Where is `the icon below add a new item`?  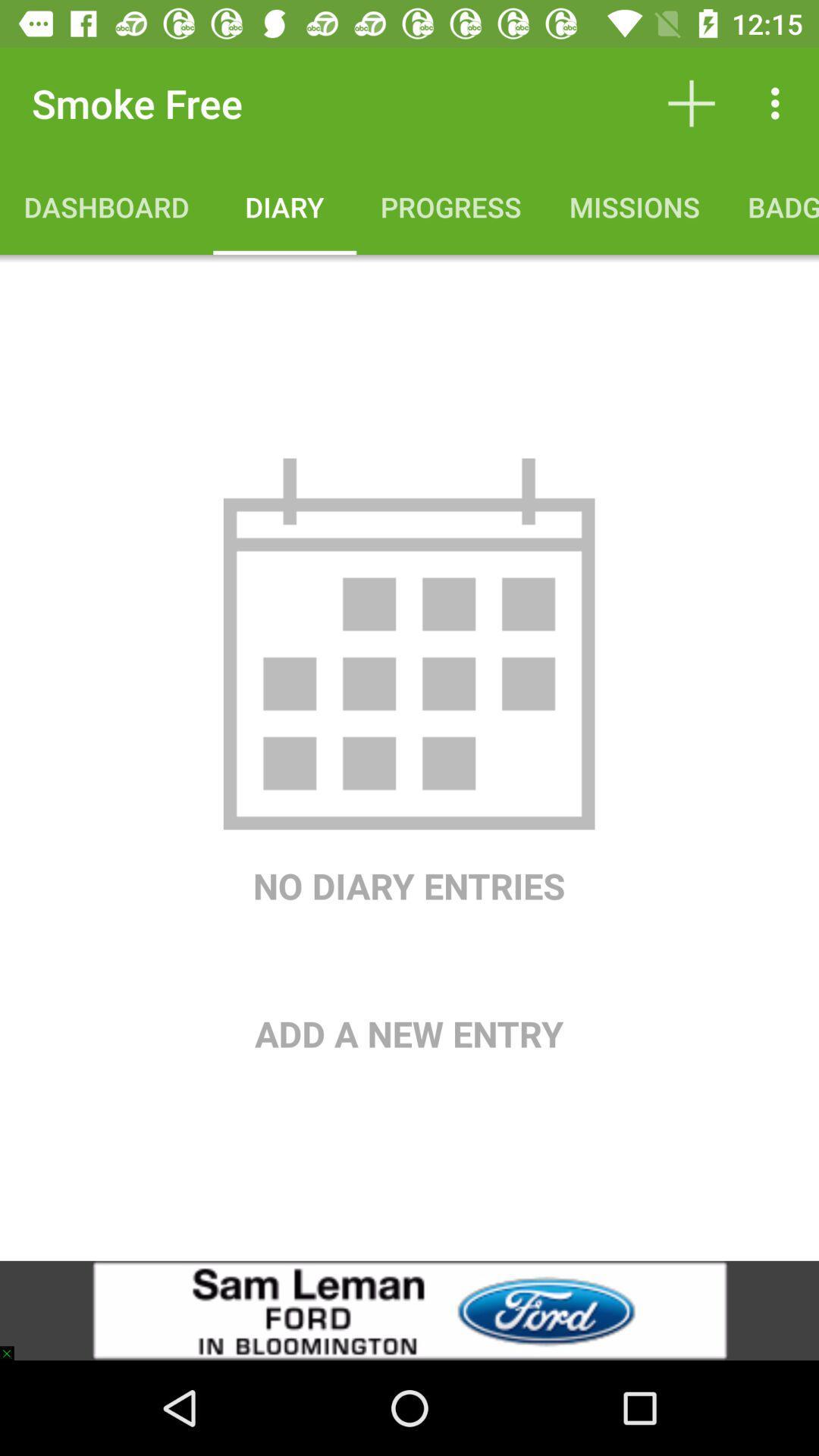
the icon below add a new item is located at coordinates (409, 1310).